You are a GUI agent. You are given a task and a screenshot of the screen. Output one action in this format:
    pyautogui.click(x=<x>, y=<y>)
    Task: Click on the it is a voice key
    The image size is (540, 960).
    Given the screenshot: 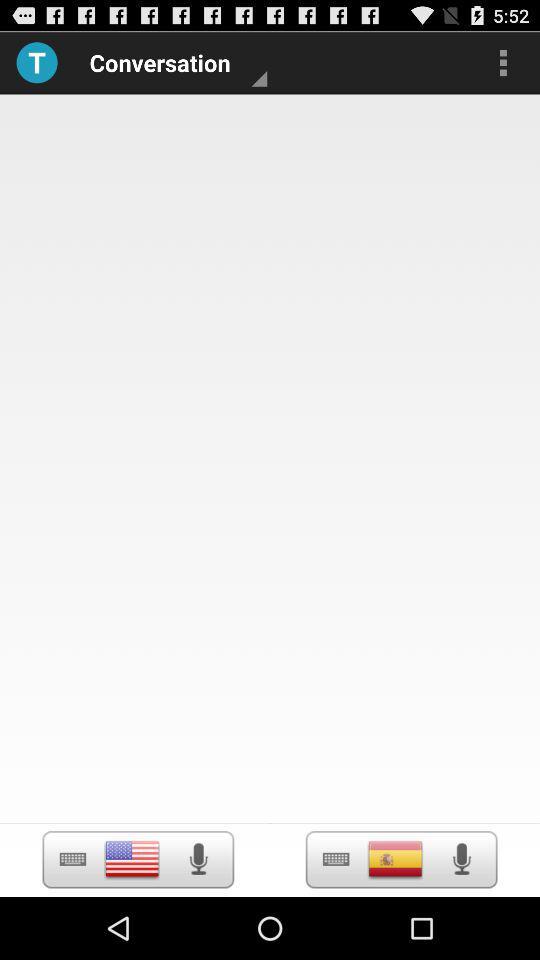 What is the action you would take?
    pyautogui.click(x=461, y=858)
    